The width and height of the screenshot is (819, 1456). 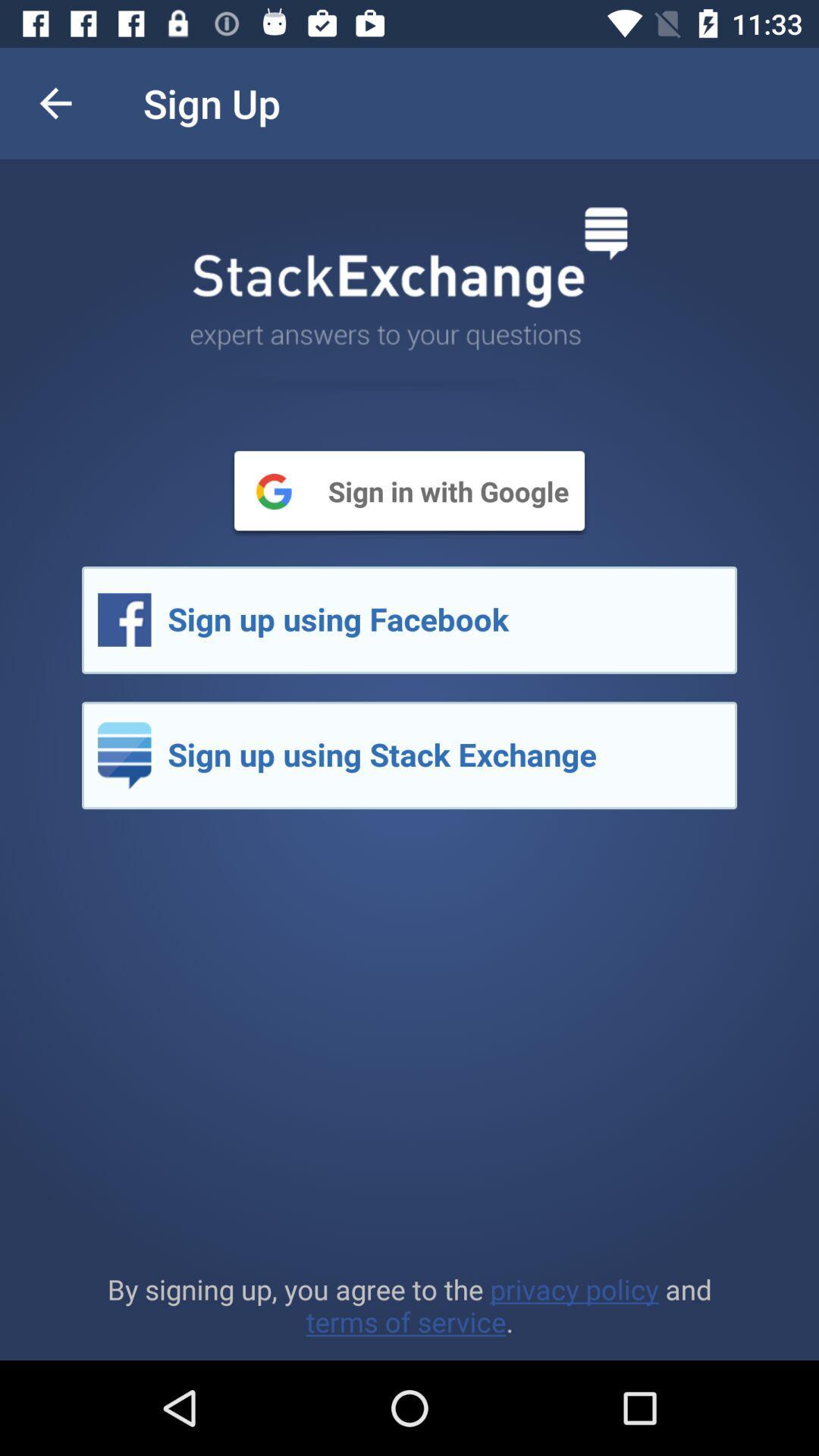 I want to click on sign up using facebook button, so click(x=409, y=620).